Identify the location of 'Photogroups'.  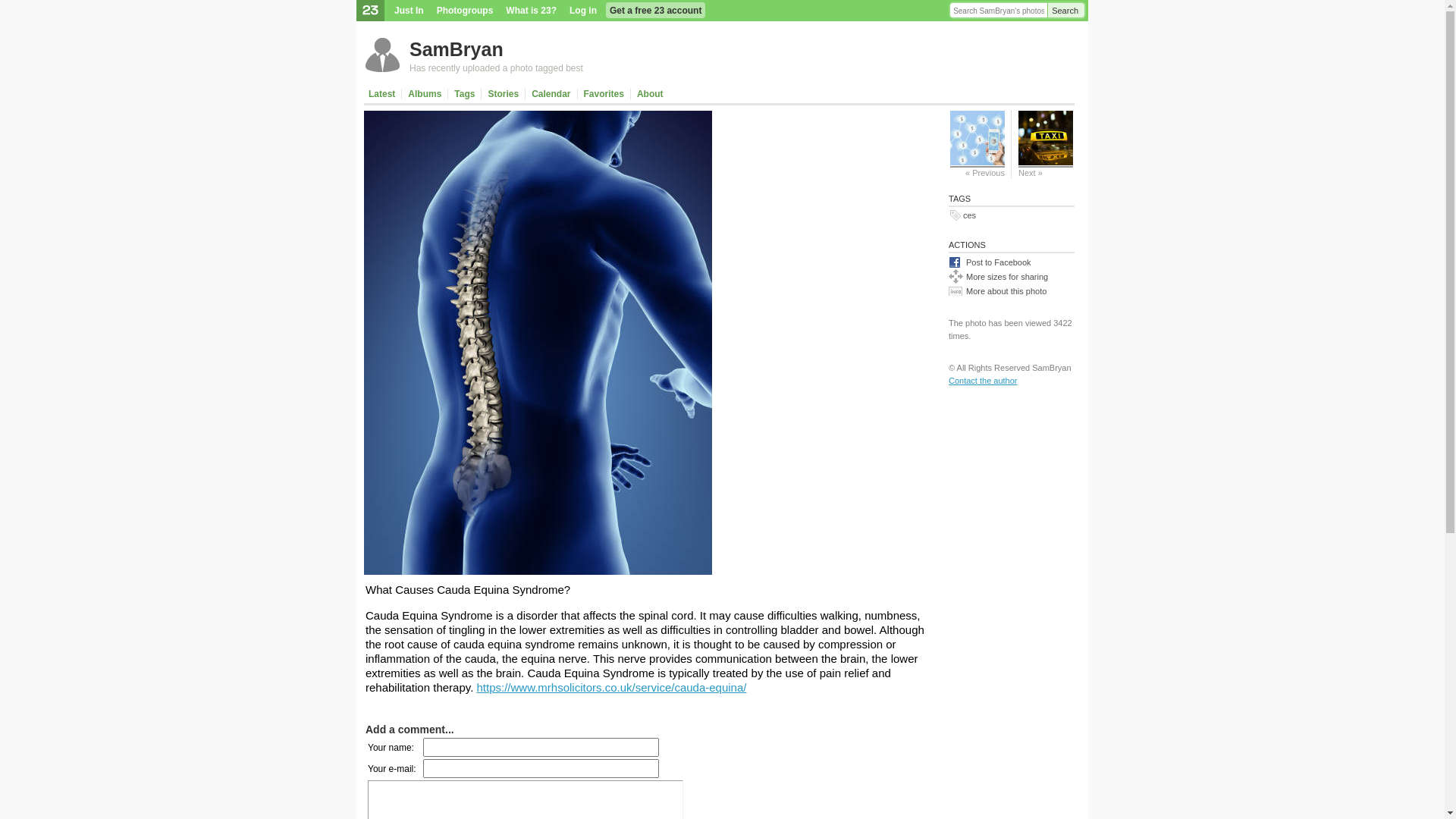
(464, 11).